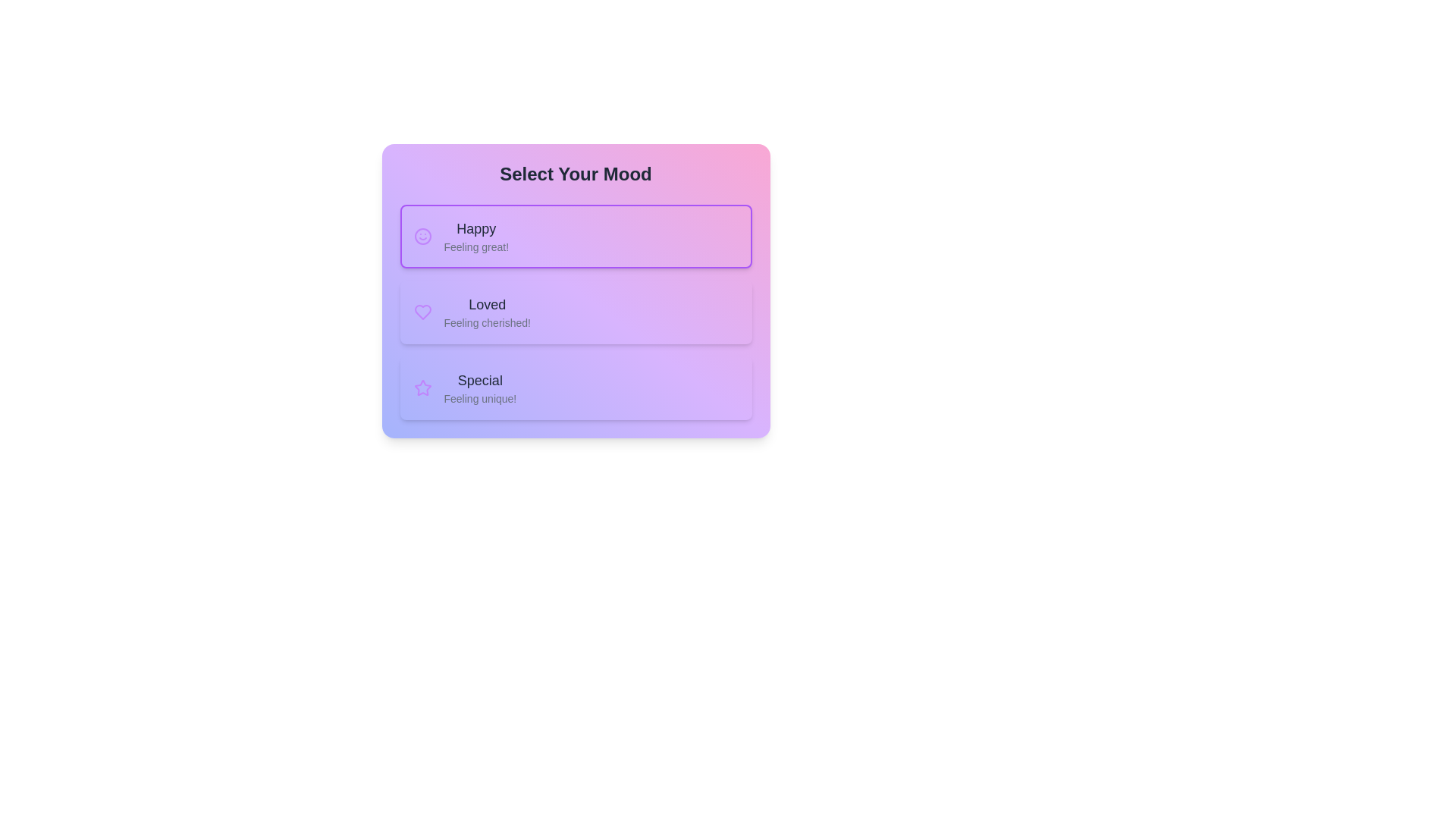 This screenshot has width=1456, height=819. I want to click on the 'Happy' mood option card, which is the first selectable item in the 'Select Your Mood' group, so click(575, 237).